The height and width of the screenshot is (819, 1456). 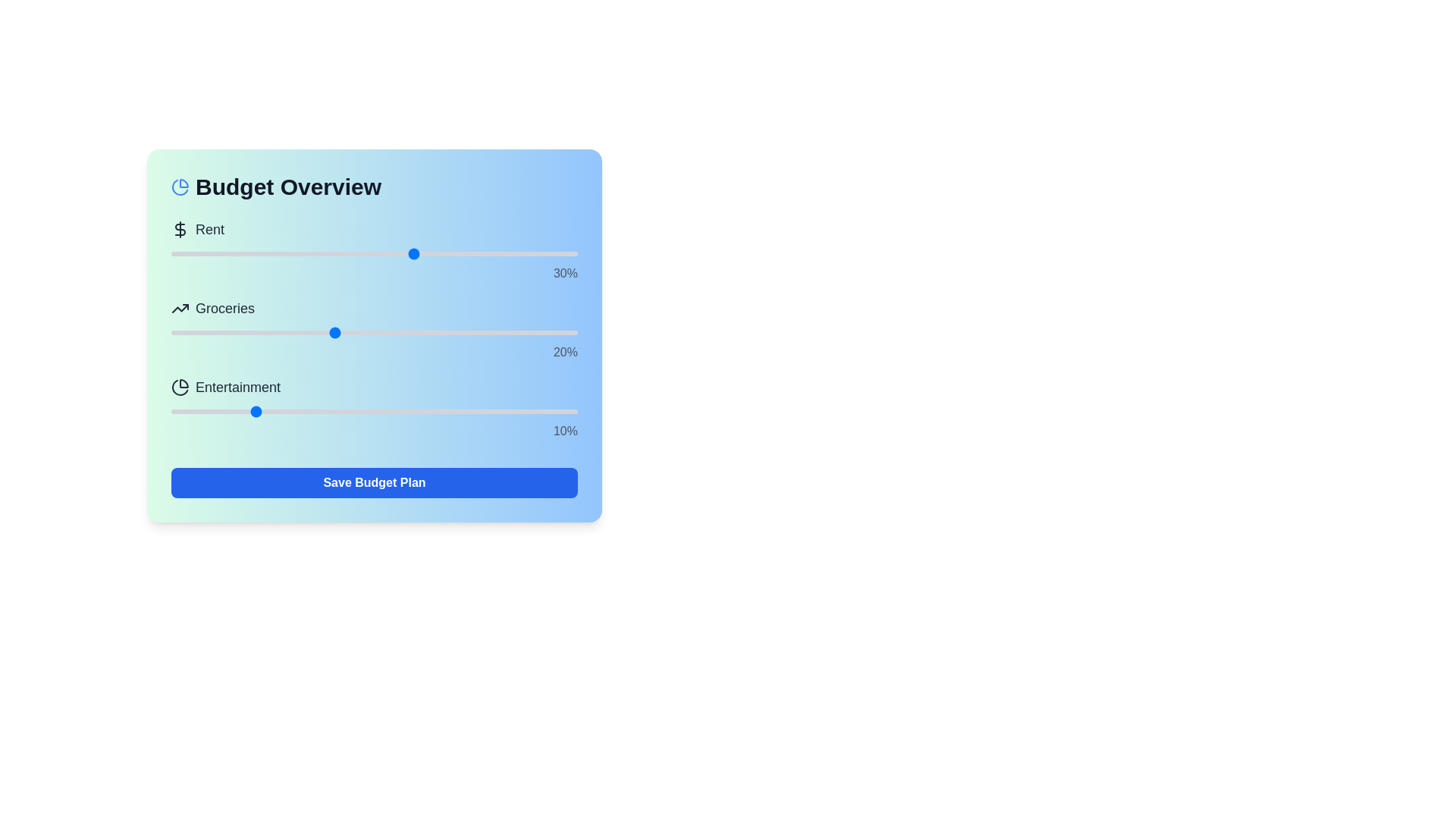 What do you see at coordinates (479, 412) in the screenshot?
I see `the slider` at bounding box center [479, 412].